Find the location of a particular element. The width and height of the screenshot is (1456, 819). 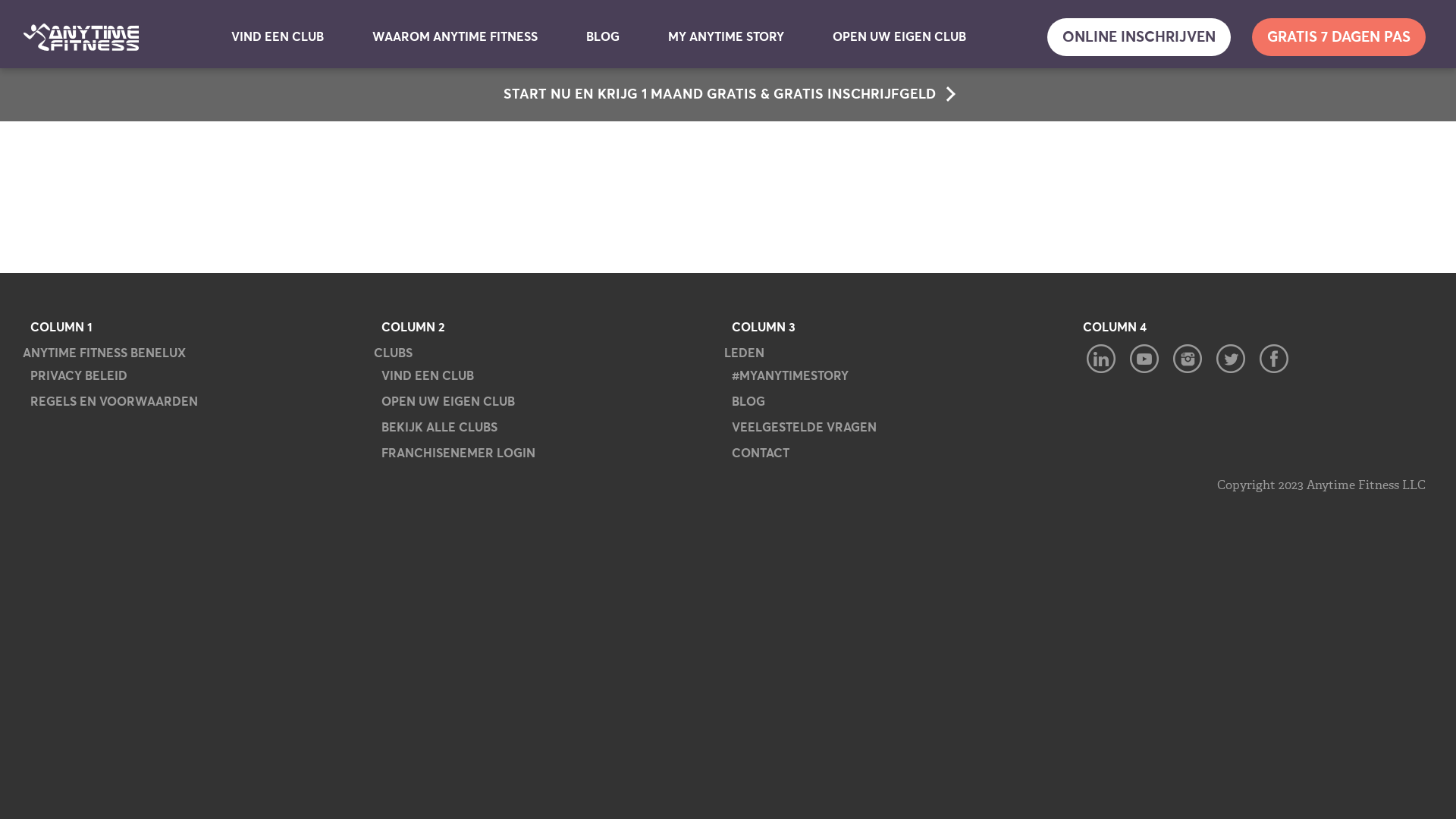

'GRATIS 7 DAGEN PAS' is located at coordinates (1338, 36).